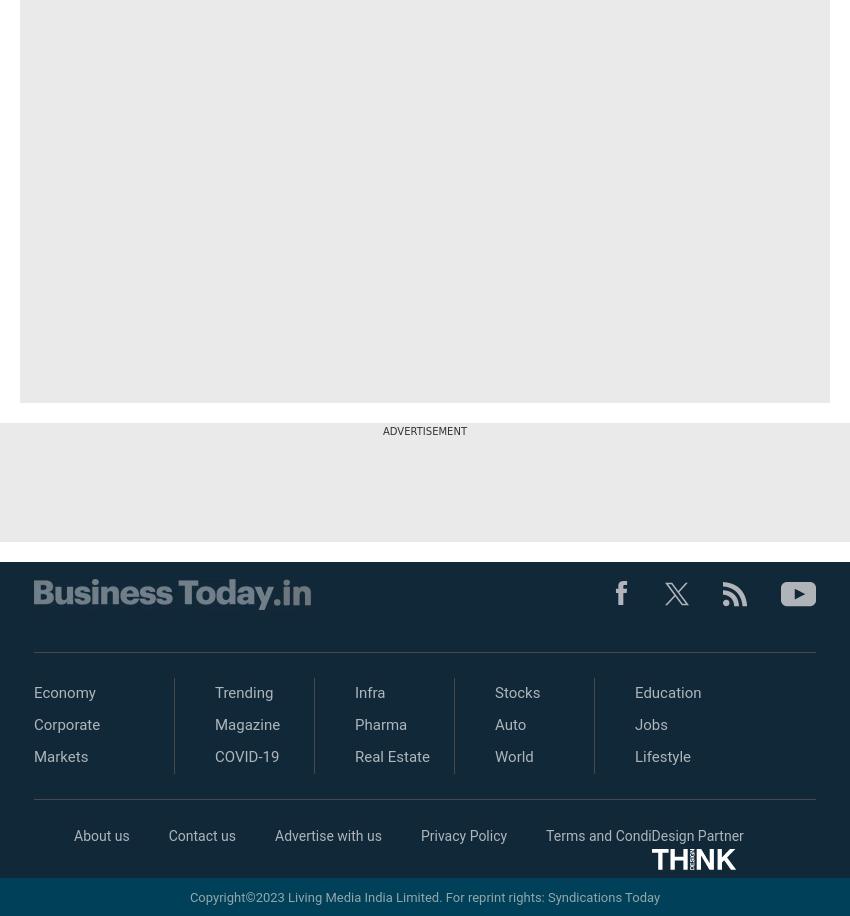 Image resolution: width=850 pixels, height=916 pixels. Describe the element at coordinates (462, 836) in the screenshot. I see `'Privacy Policy'` at that location.